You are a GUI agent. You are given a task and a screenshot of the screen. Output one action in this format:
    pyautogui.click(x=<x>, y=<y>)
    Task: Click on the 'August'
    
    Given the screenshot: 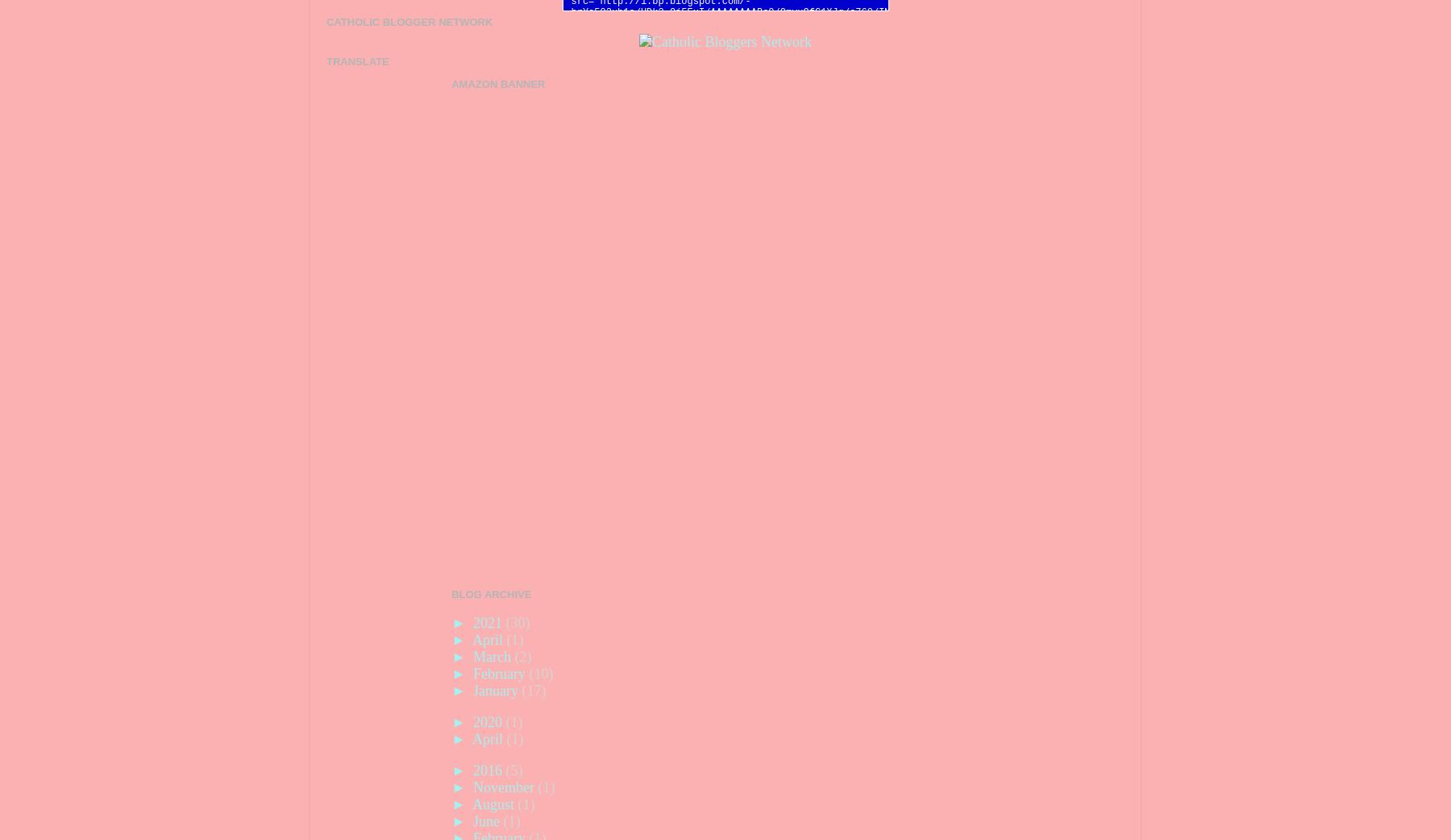 What is the action you would take?
    pyautogui.click(x=494, y=805)
    